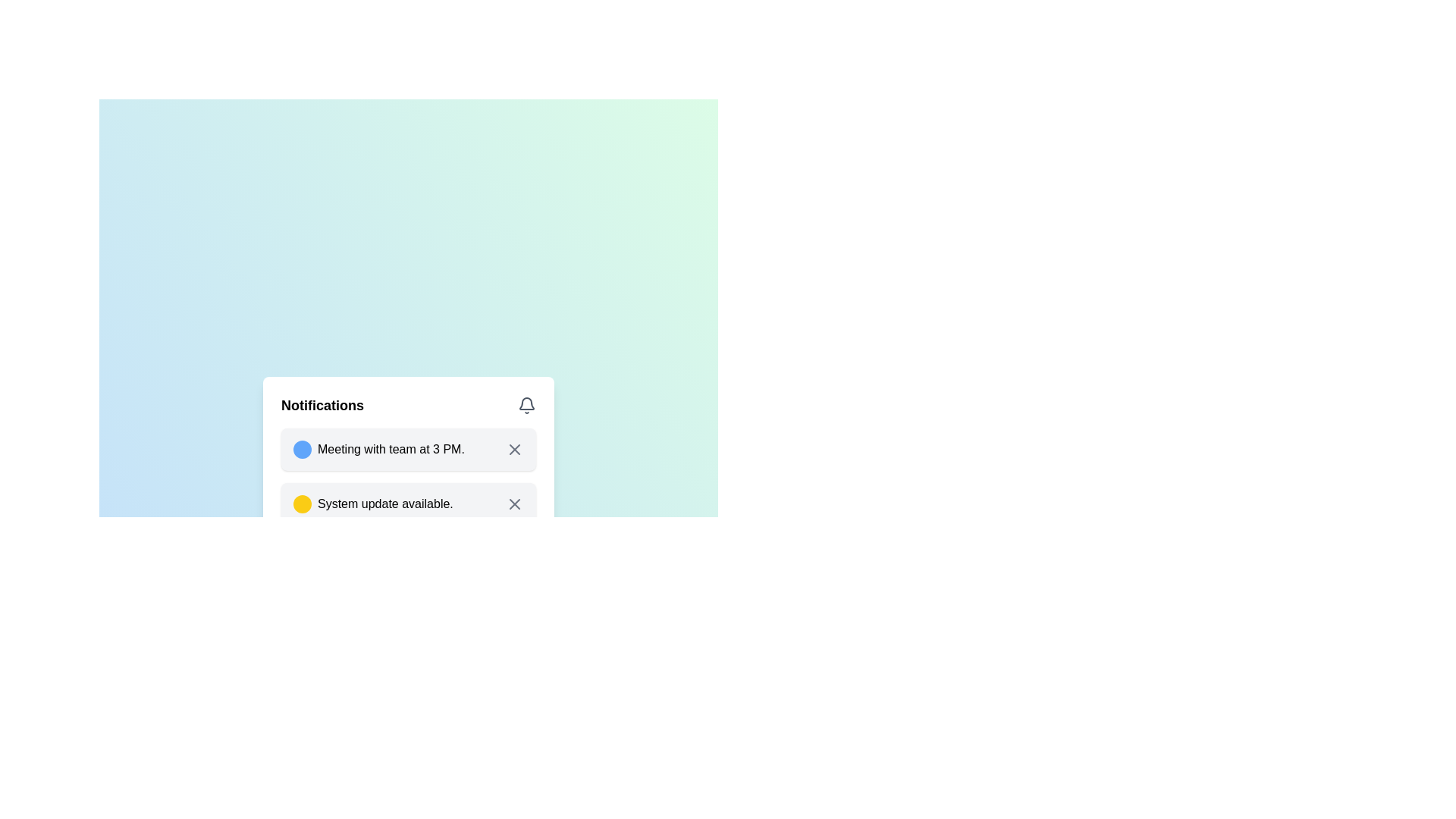 This screenshot has height=819, width=1456. Describe the element at coordinates (322, 405) in the screenshot. I see `text of the left-aligned title label in the notifications panel, which indicates the content related to notifications` at that location.